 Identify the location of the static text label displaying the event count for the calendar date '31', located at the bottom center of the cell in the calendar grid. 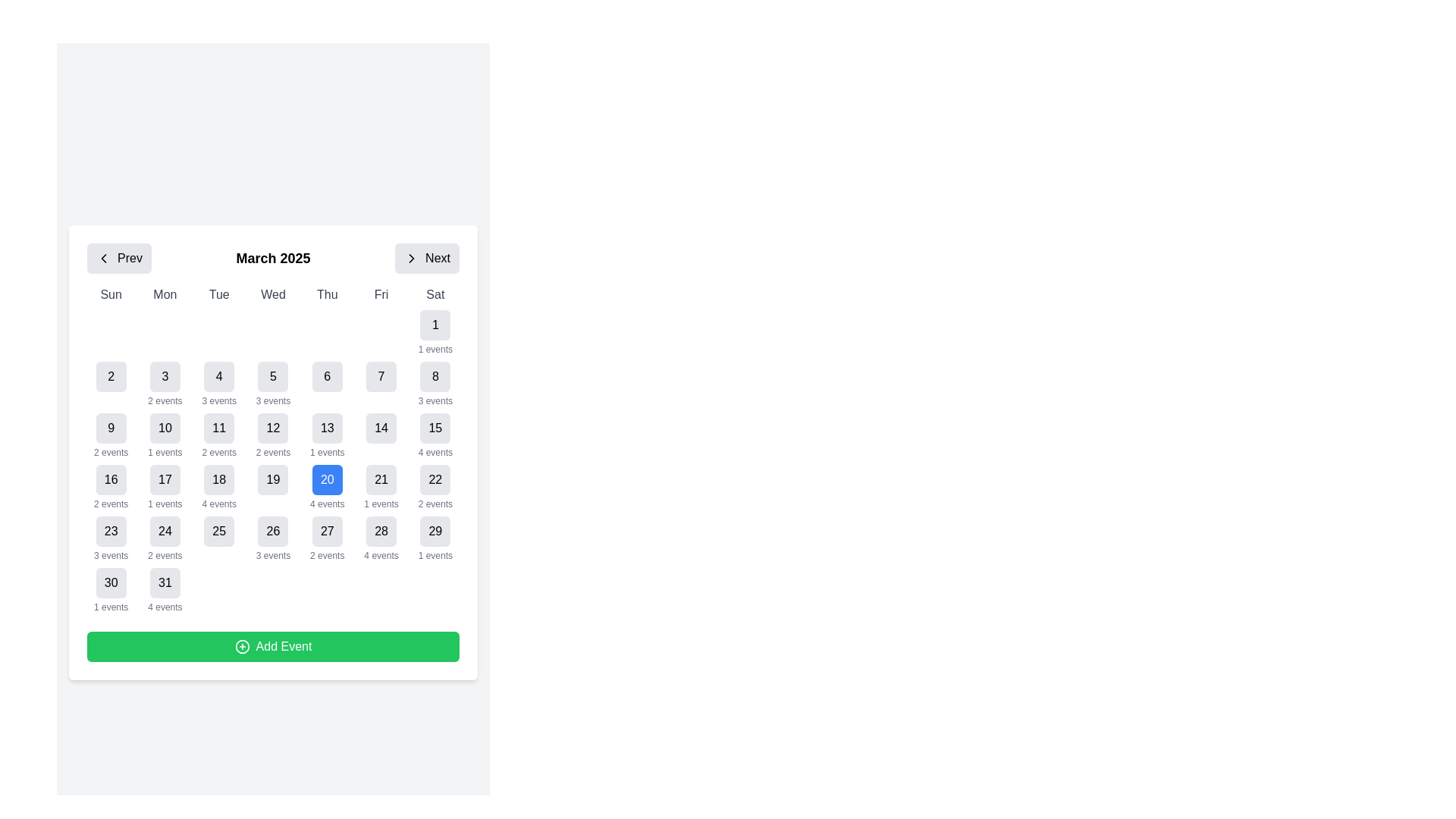
(165, 607).